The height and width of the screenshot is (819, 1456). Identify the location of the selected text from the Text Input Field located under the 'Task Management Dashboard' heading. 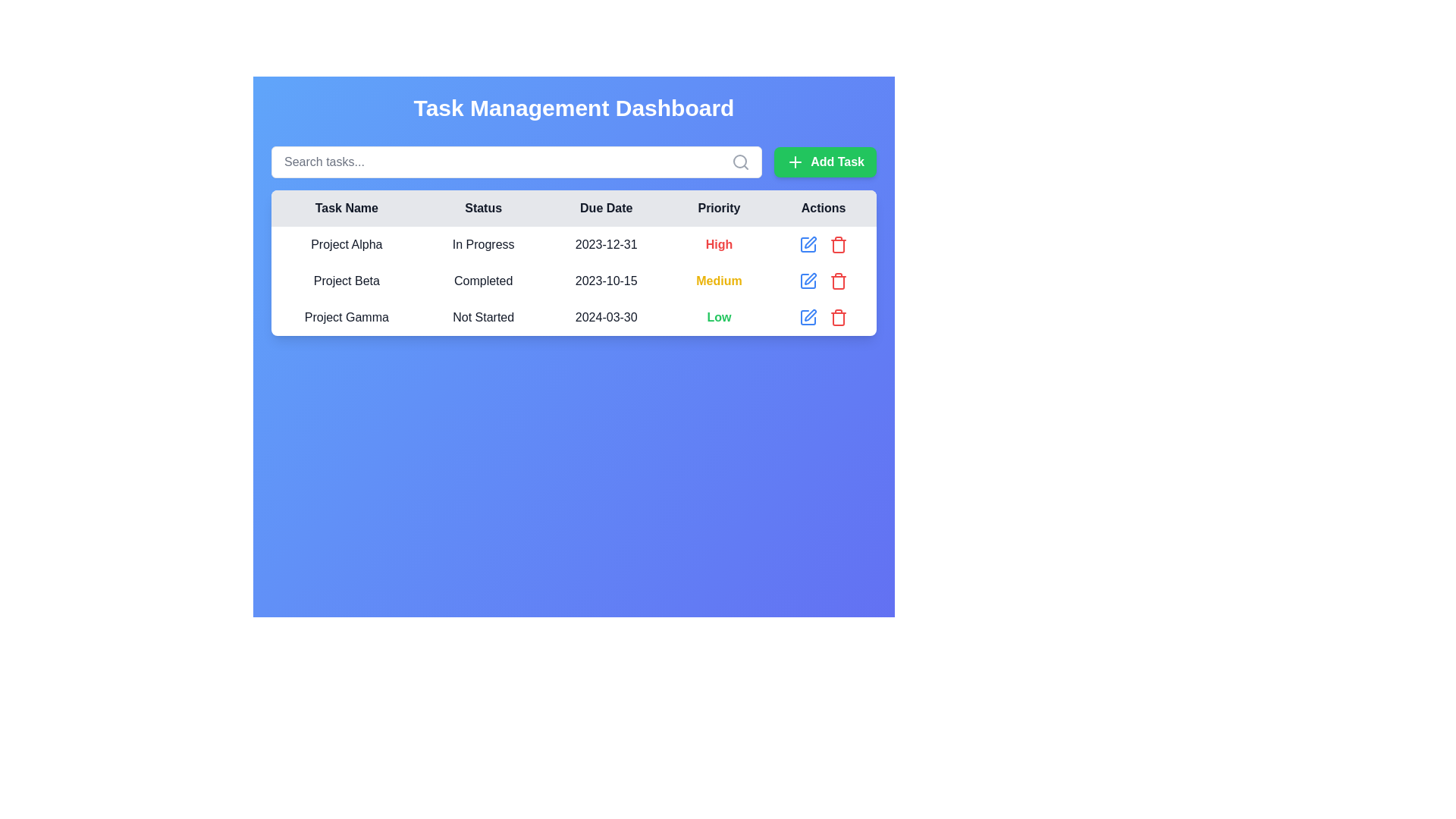
(516, 162).